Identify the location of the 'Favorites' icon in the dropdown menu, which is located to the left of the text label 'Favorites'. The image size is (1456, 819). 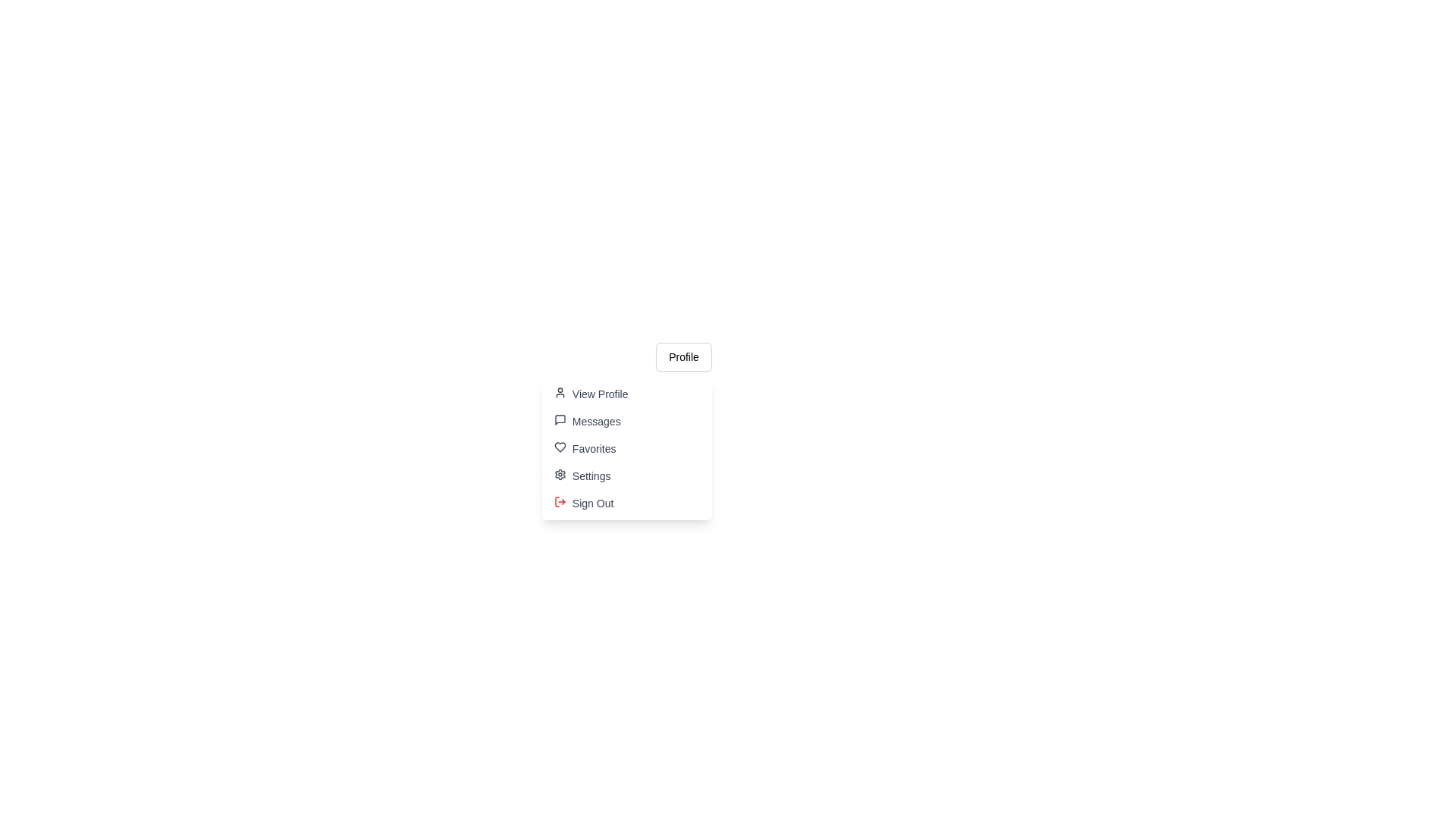
(559, 447).